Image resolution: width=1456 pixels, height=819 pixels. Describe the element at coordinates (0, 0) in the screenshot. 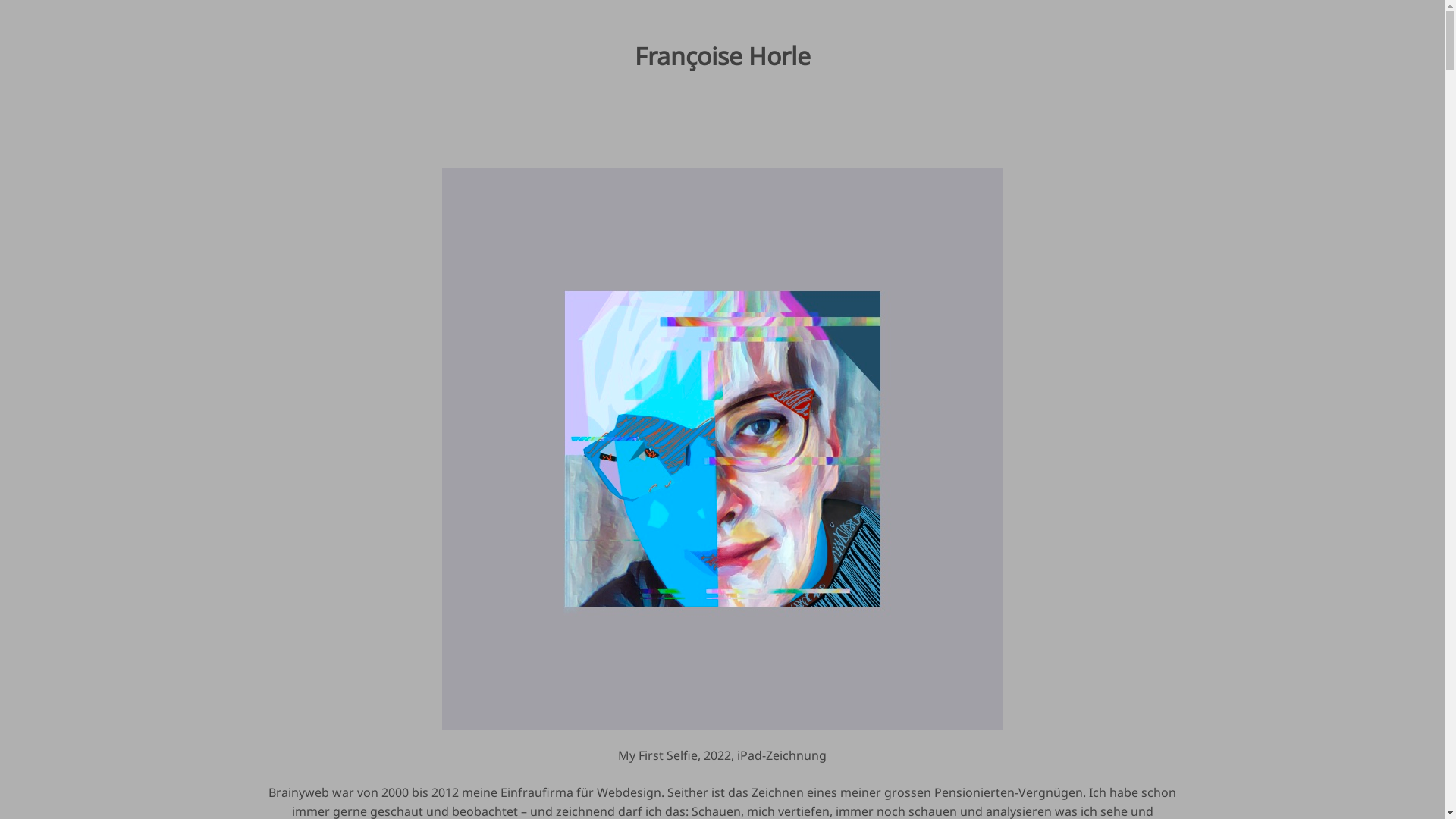

I see `'Zum Inhalt springen'` at that location.